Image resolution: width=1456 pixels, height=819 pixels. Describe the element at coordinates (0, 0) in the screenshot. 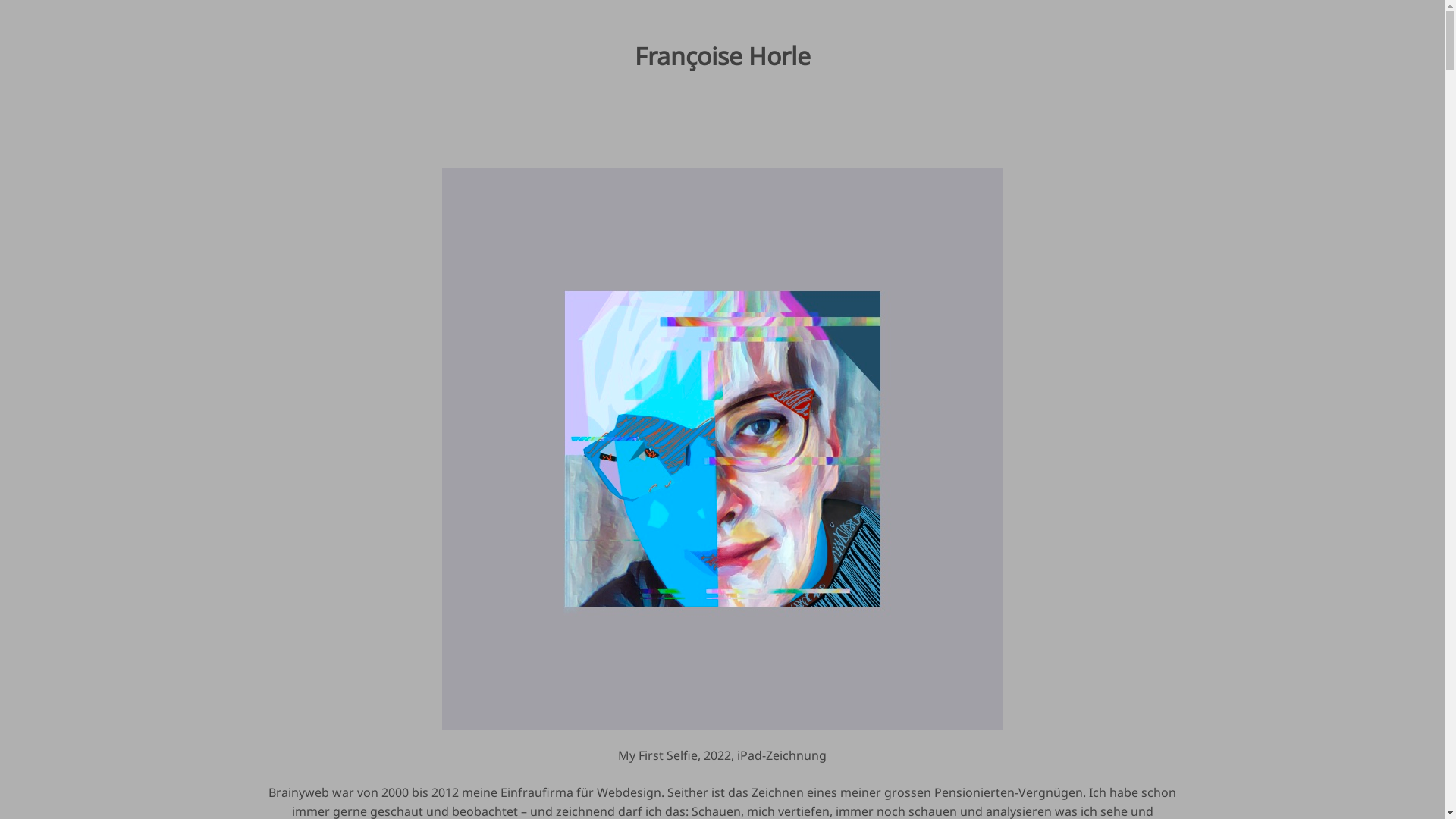

I see `'Zum Inhalt springen'` at that location.